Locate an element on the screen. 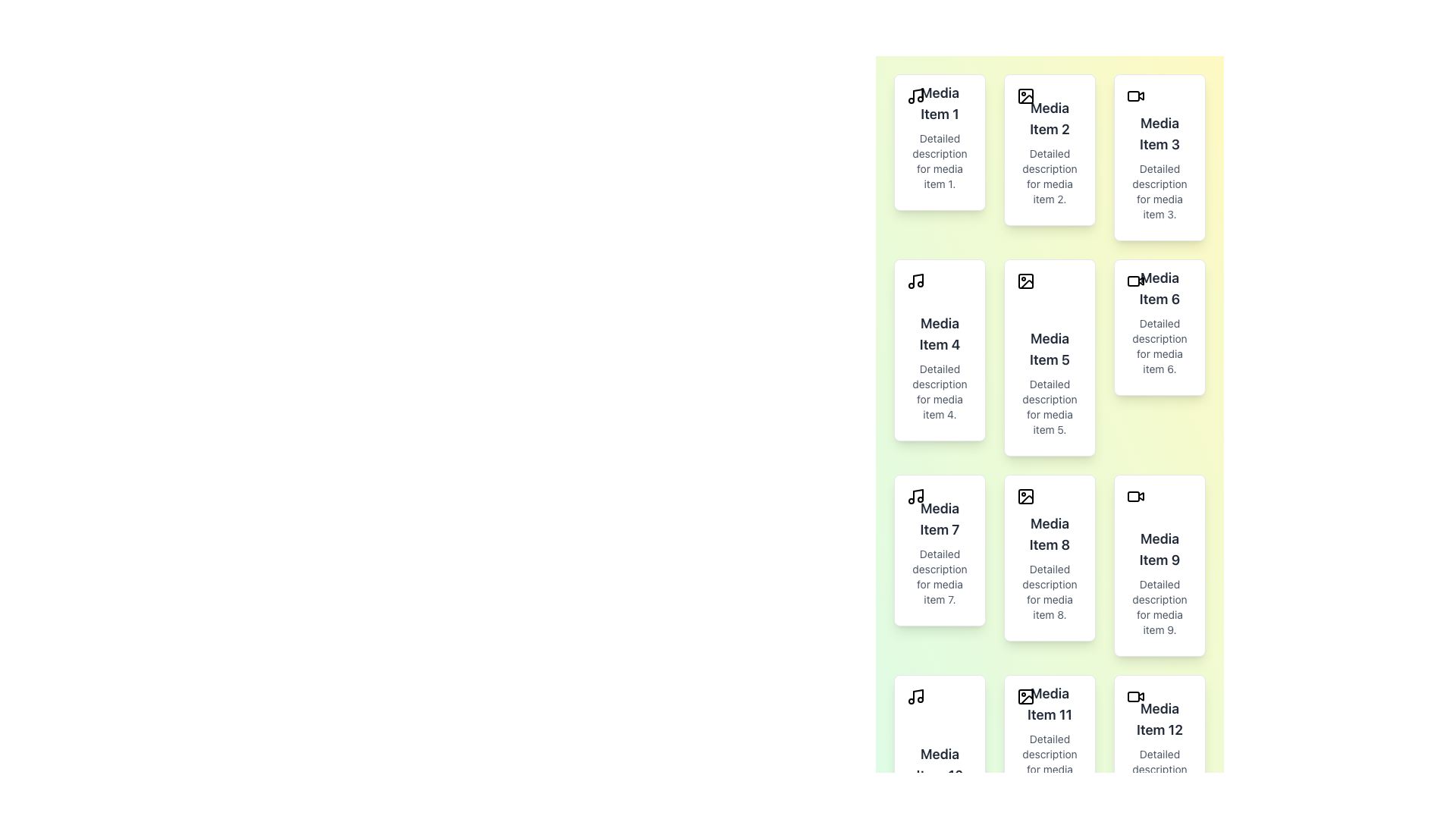  the text label that reads 'Media Item 12', which is prominently styled in a larger, bold, dark-gray font located inside a white card with a light-green gradient background in the bottom-right corner of the grid is located at coordinates (1159, 718).